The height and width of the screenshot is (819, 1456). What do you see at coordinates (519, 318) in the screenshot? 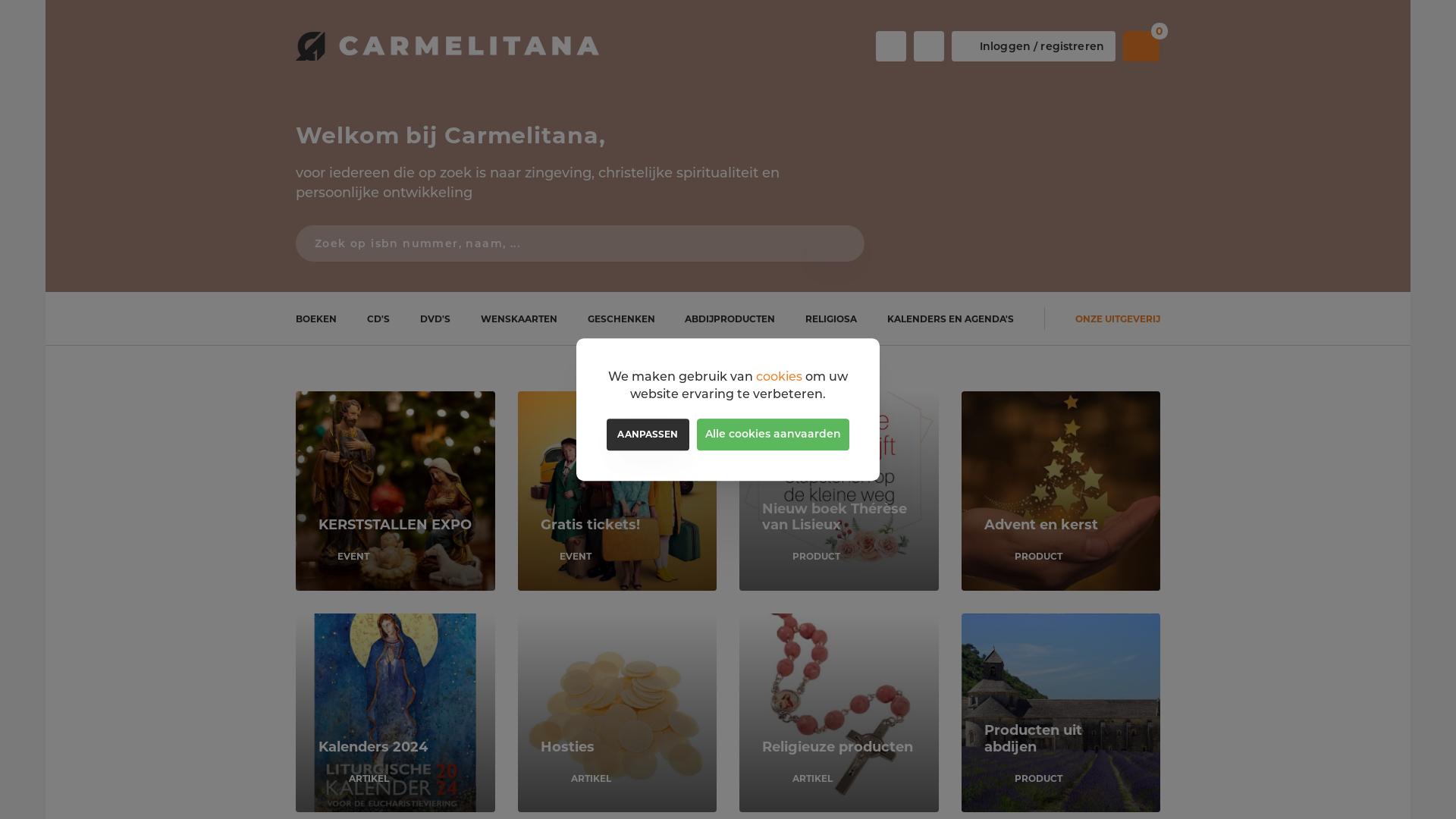
I see `'WENSKAARTEN'` at bounding box center [519, 318].